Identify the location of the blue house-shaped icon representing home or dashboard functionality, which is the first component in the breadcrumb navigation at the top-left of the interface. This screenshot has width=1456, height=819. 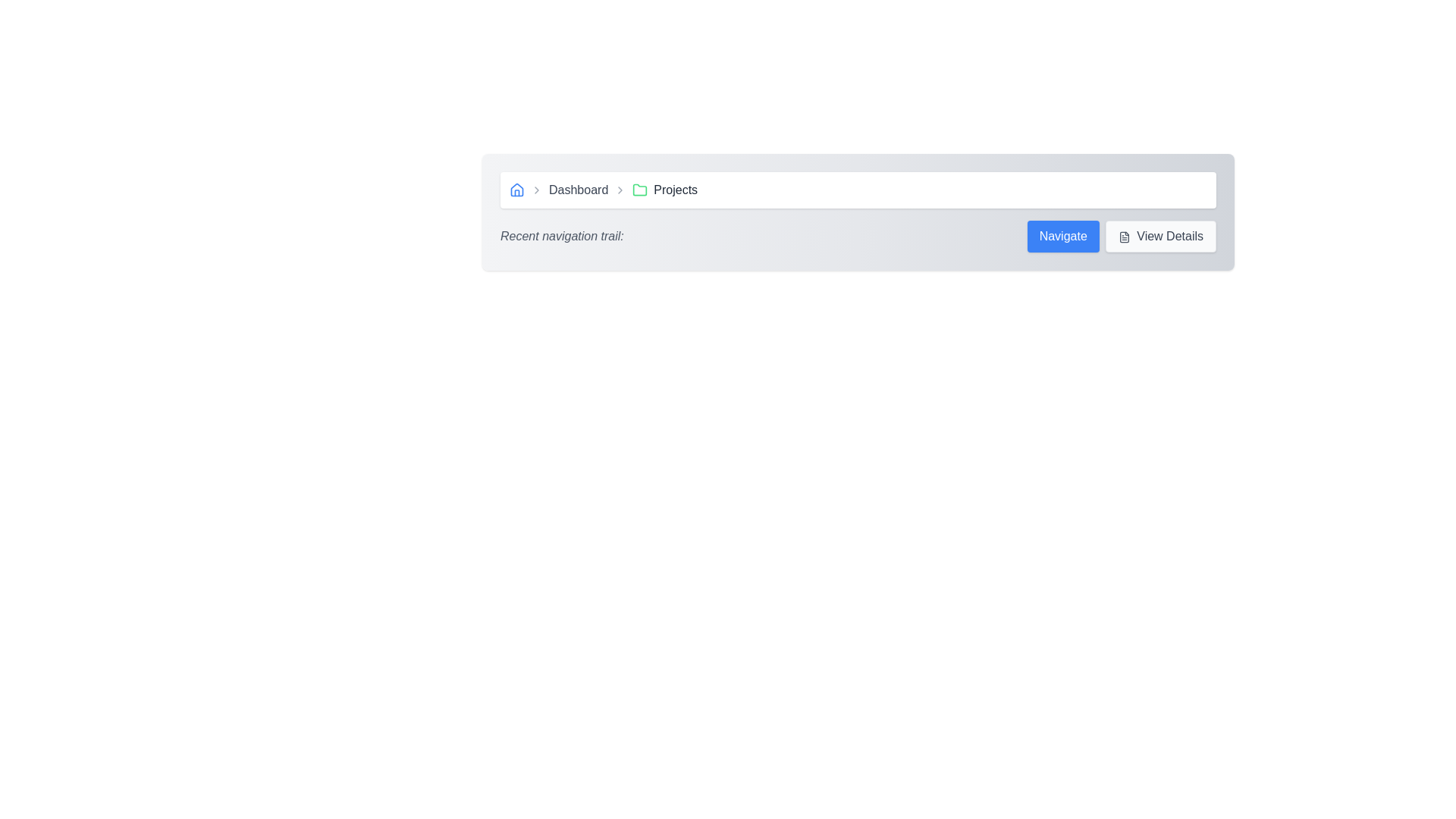
(516, 189).